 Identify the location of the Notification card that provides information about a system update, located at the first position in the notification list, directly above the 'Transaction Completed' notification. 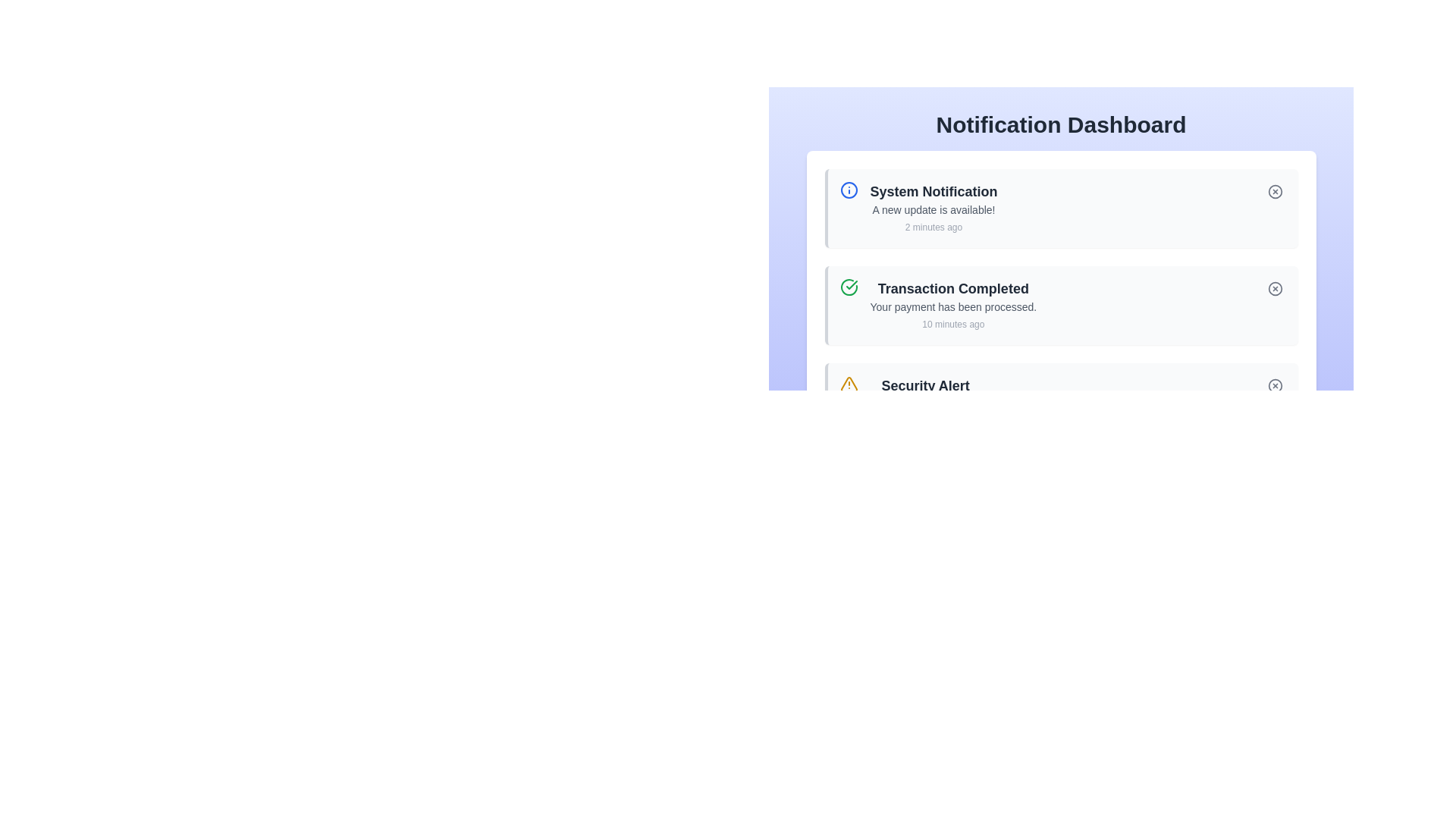
(1060, 208).